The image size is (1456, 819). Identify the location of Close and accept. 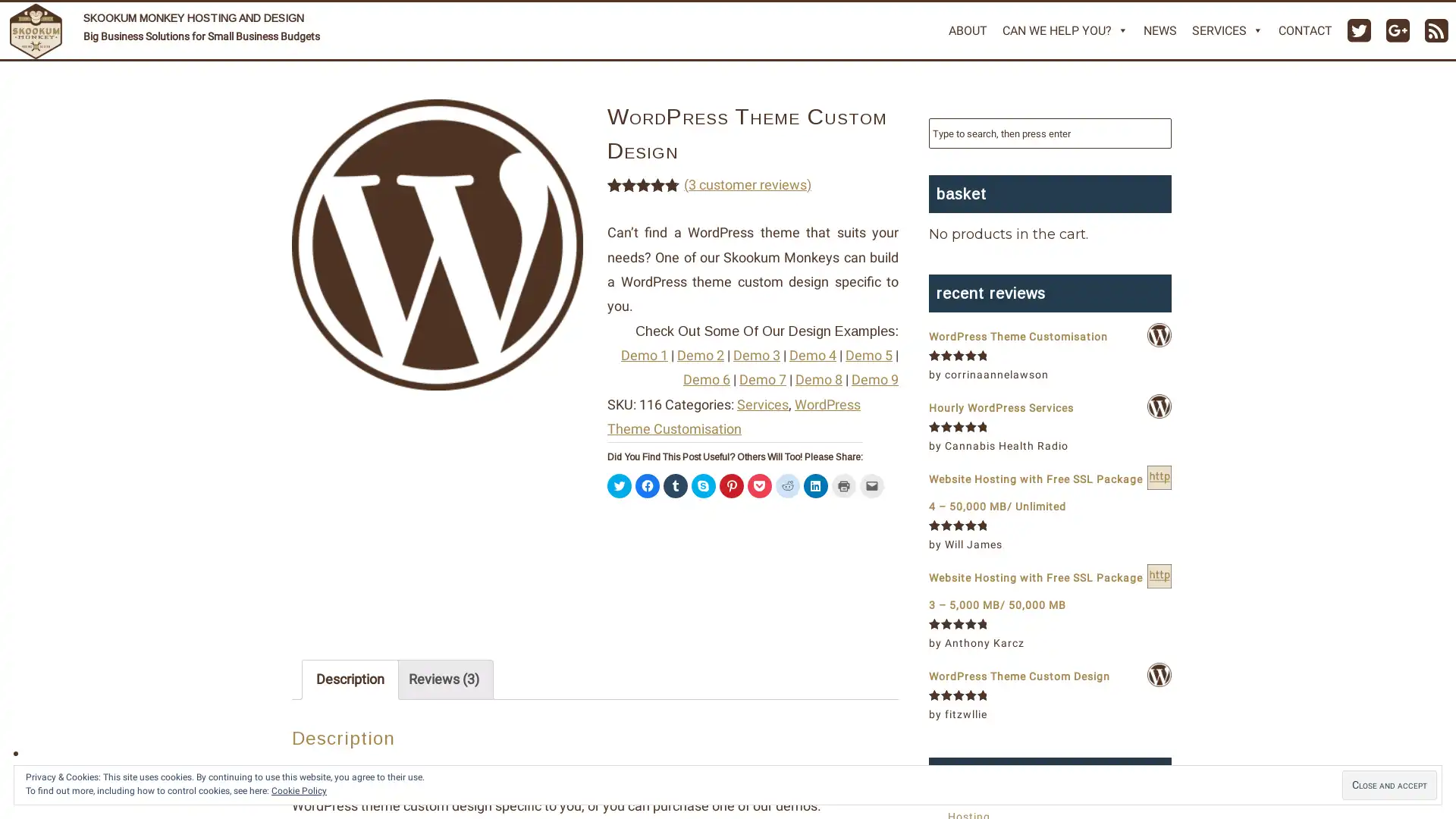
(1389, 785).